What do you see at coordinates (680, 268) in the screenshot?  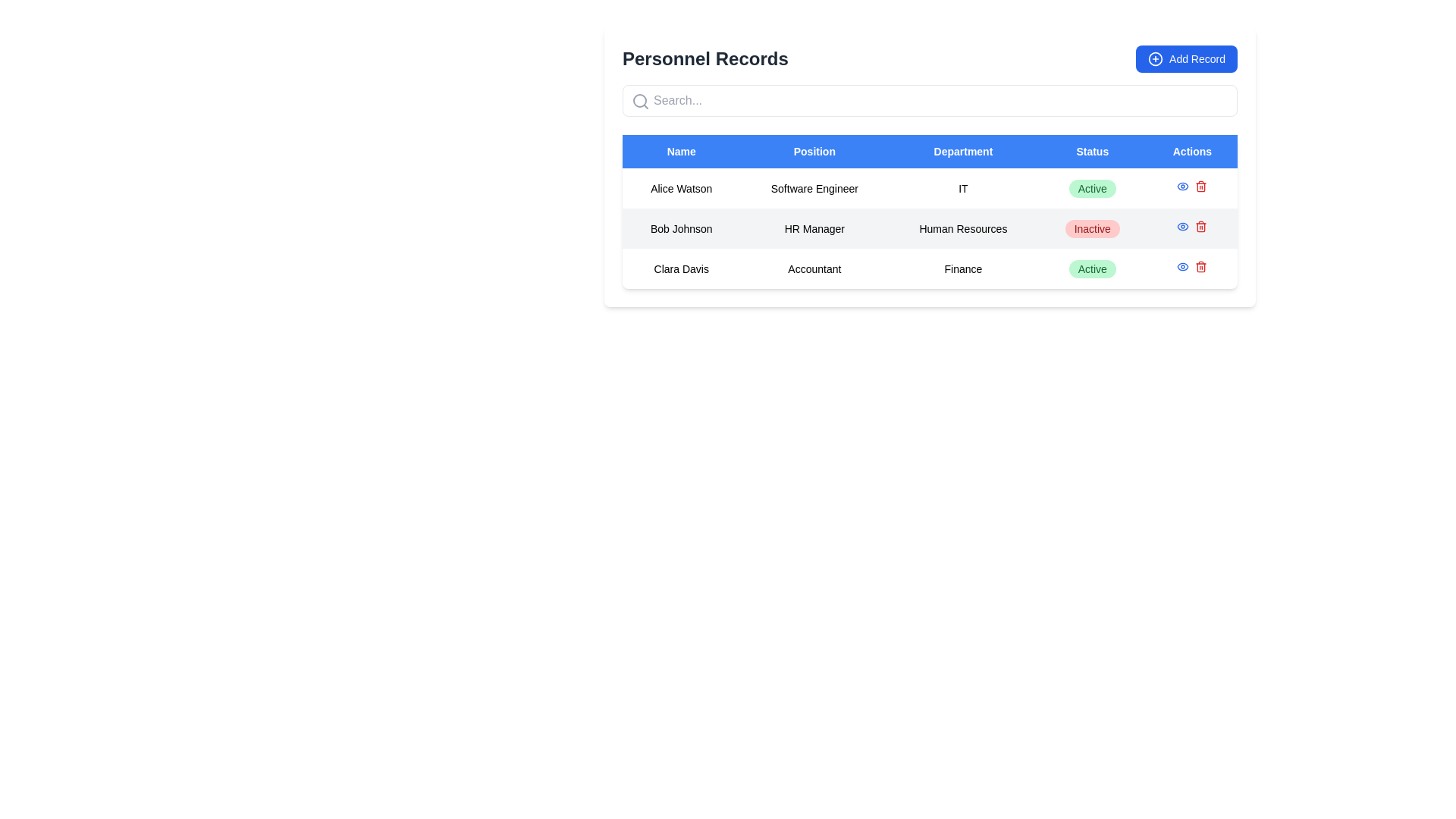 I see `the text label displaying 'Clara Davis', which is located in the first cell of the third row of the table` at bounding box center [680, 268].